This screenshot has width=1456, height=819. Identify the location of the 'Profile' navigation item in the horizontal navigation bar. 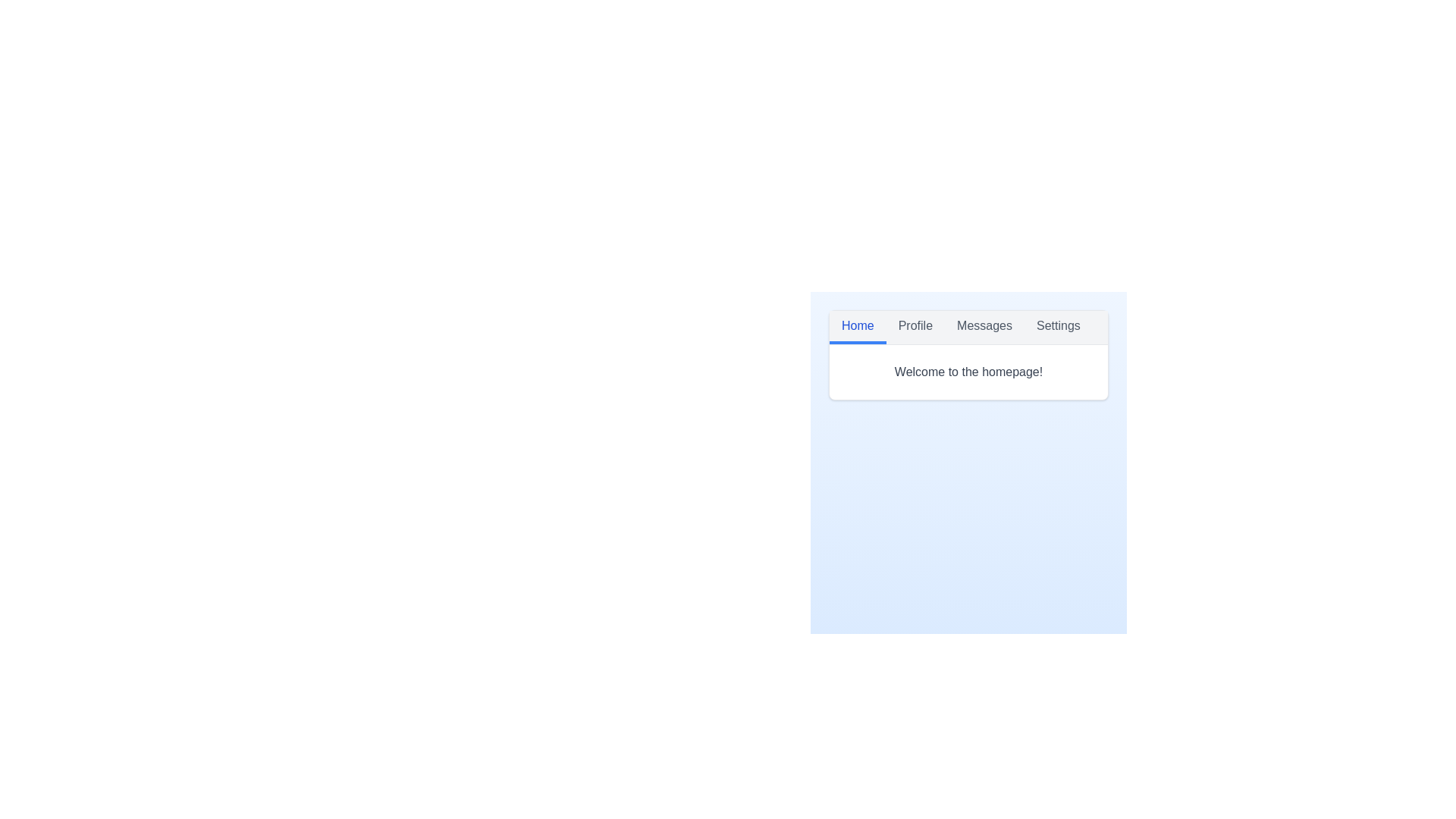
(914, 327).